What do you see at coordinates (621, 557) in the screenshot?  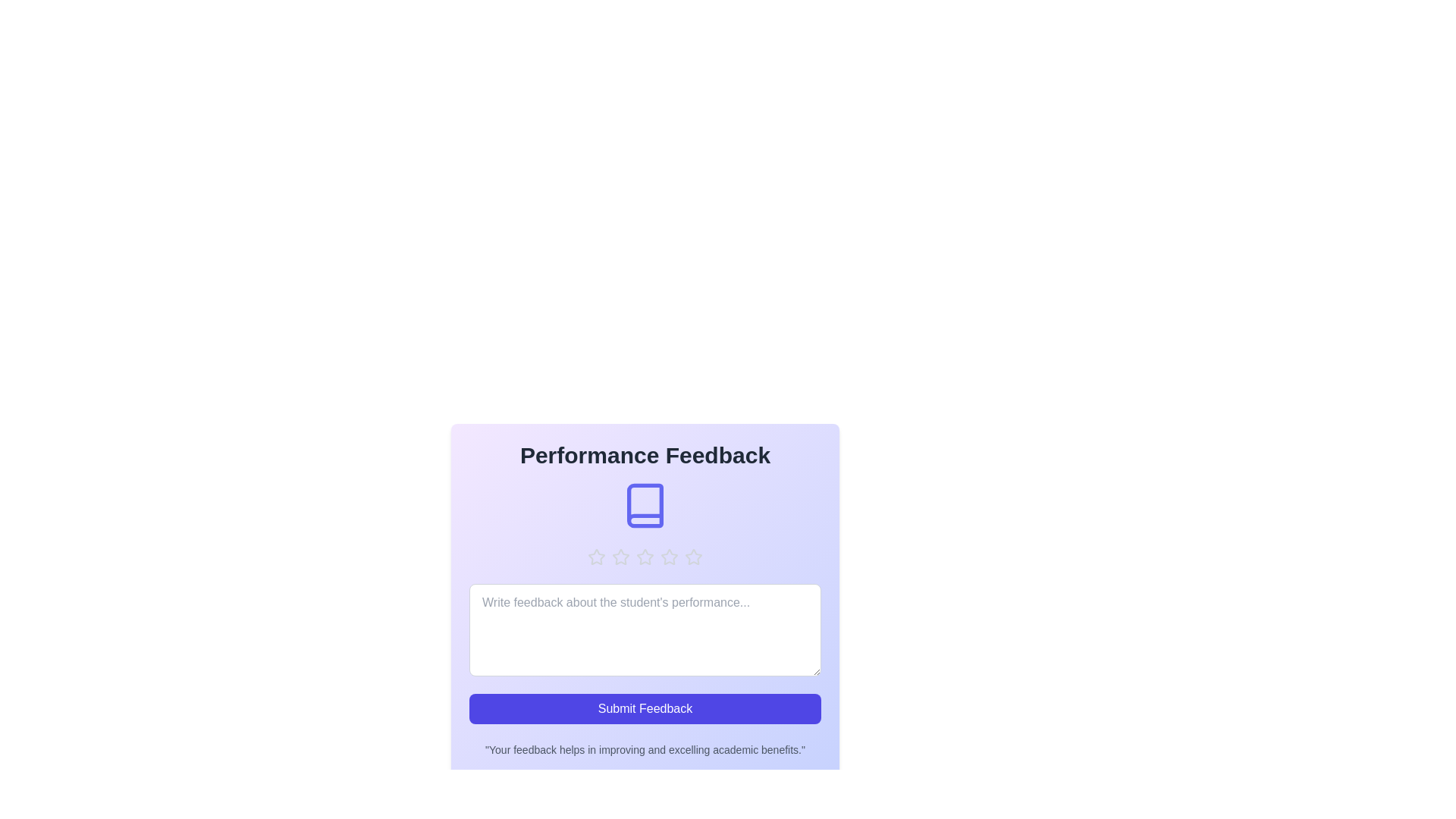 I see `the star corresponding to 2 to set the rating` at bounding box center [621, 557].